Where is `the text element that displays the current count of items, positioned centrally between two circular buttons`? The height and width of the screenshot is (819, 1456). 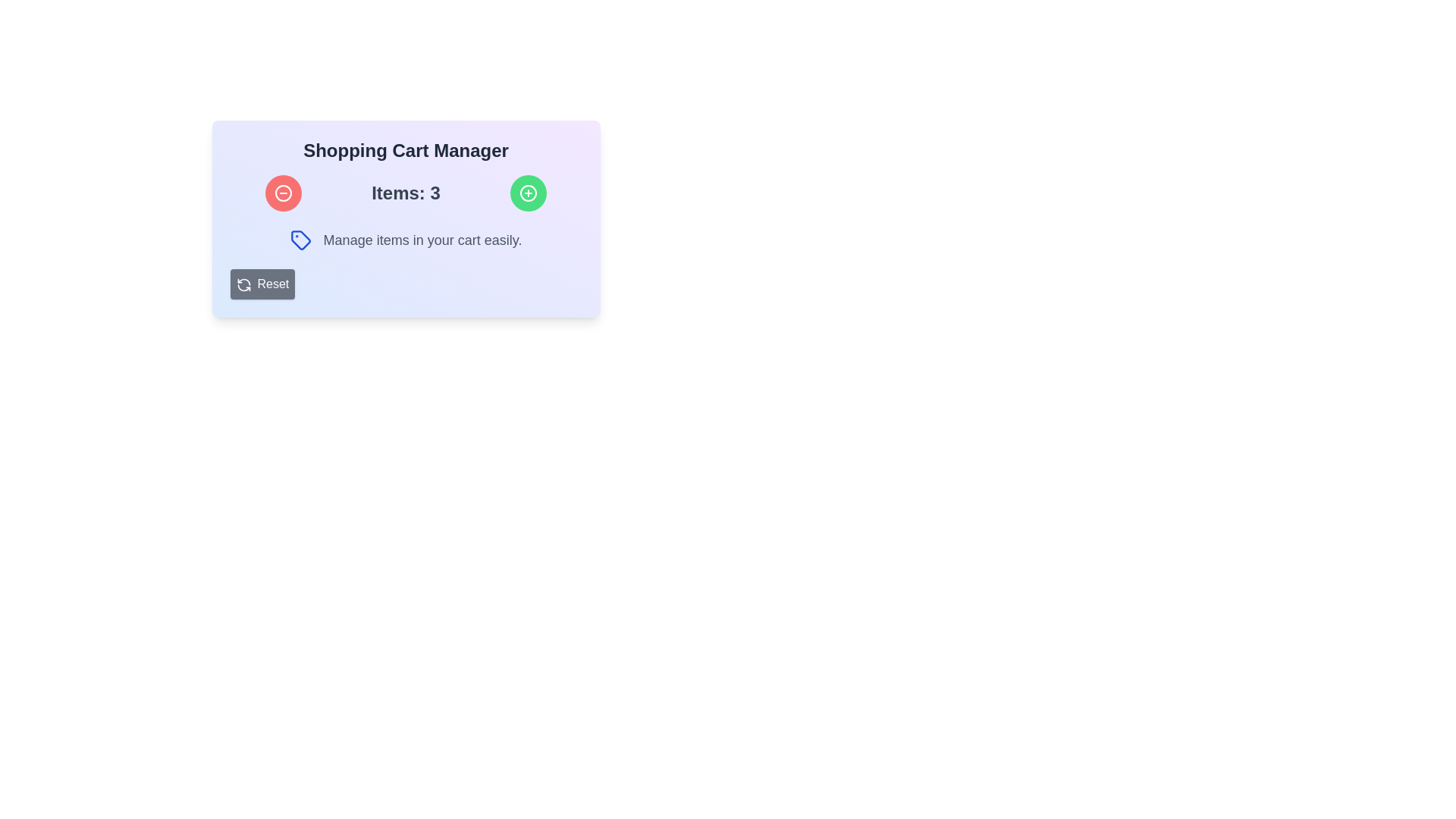 the text element that displays the current count of items, positioned centrally between two circular buttons is located at coordinates (406, 192).